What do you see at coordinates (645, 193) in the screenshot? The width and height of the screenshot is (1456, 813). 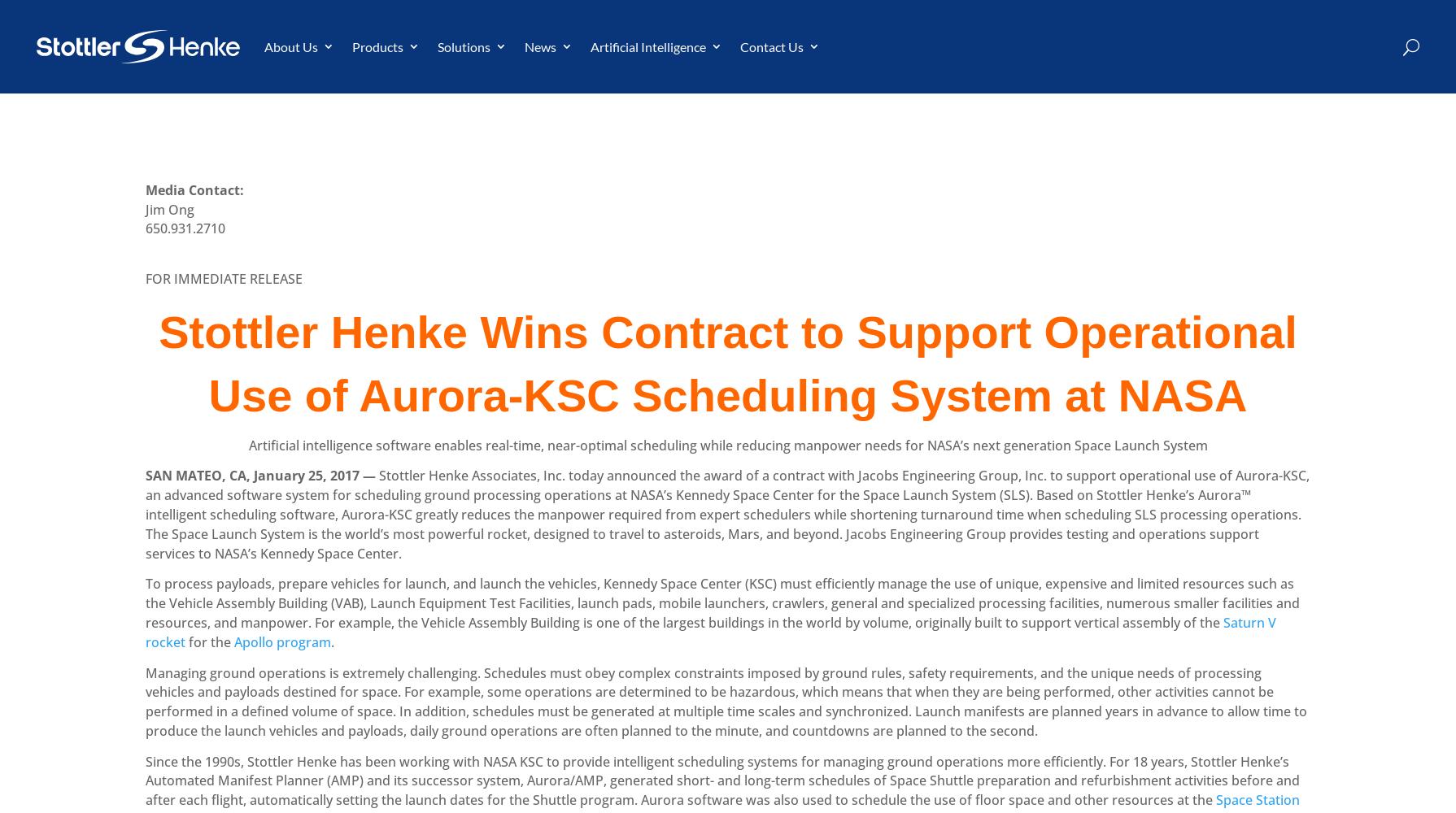 I see `'Quotations'` at bounding box center [645, 193].